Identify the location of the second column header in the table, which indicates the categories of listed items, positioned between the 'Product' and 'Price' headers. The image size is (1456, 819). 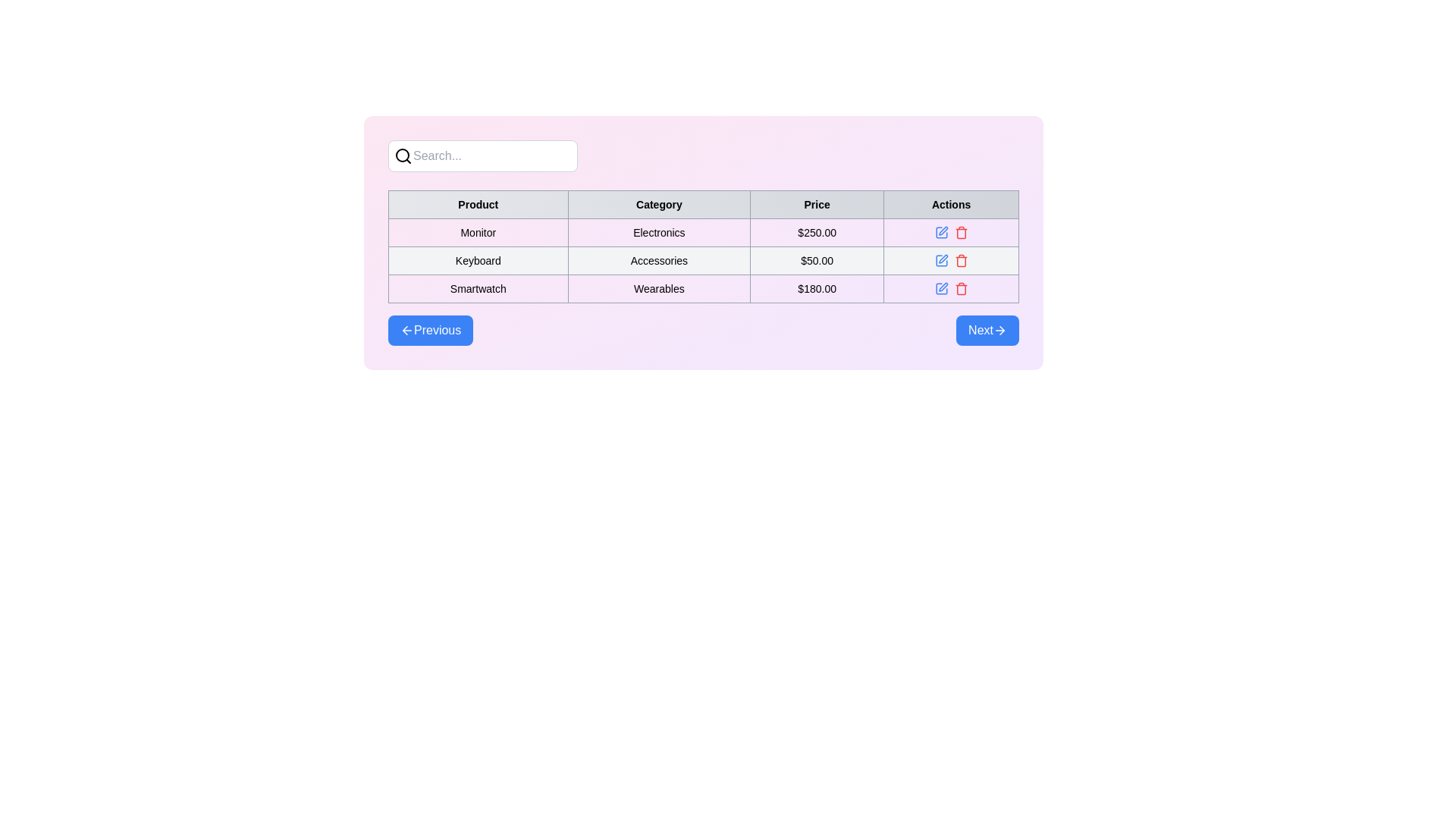
(659, 205).